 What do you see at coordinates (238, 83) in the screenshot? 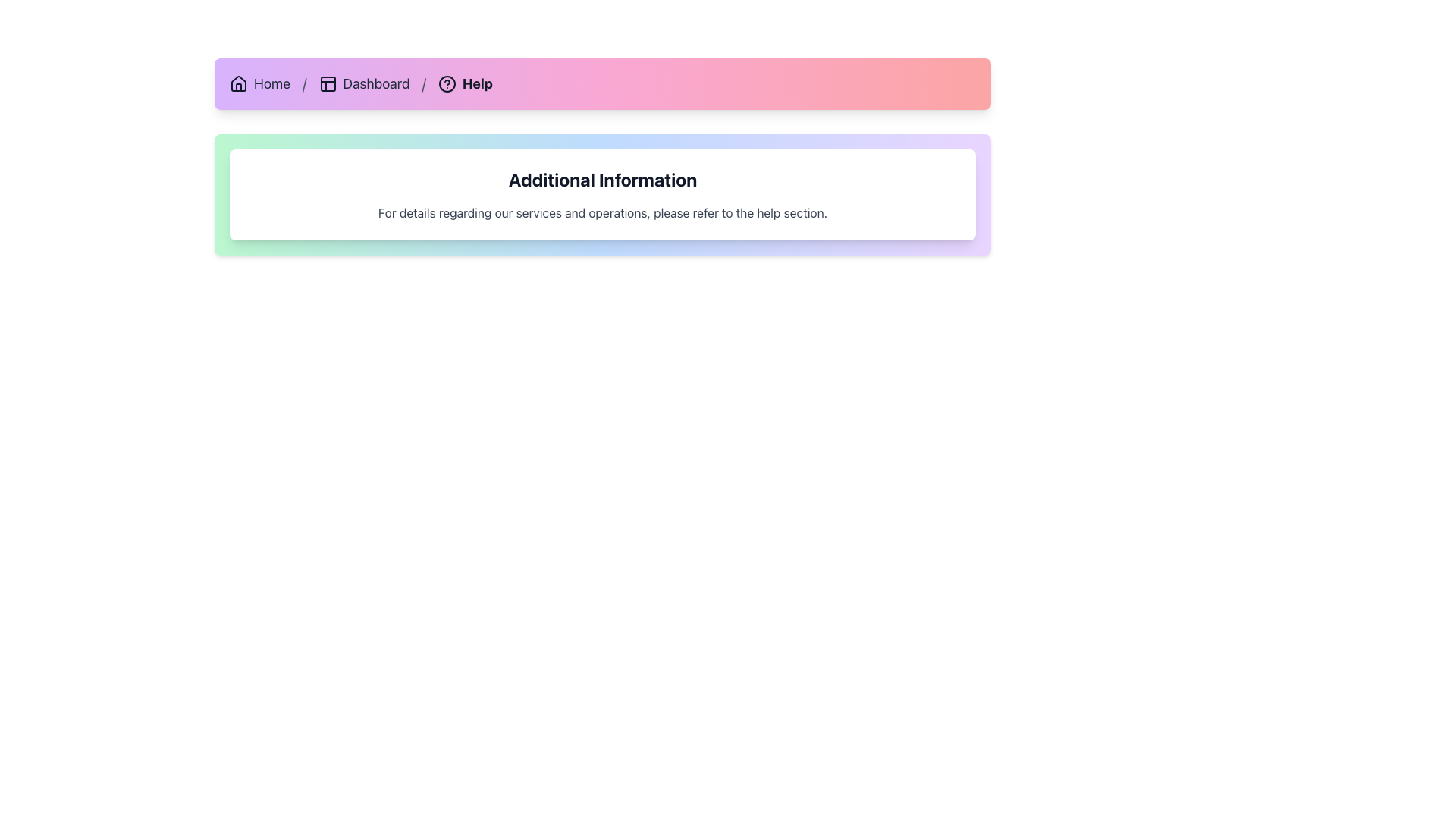
I see `the roof portion of the house icon, which is a triangular shape with a curved bottom, located in the purple navigation bar` at bounding box center [238, 83].